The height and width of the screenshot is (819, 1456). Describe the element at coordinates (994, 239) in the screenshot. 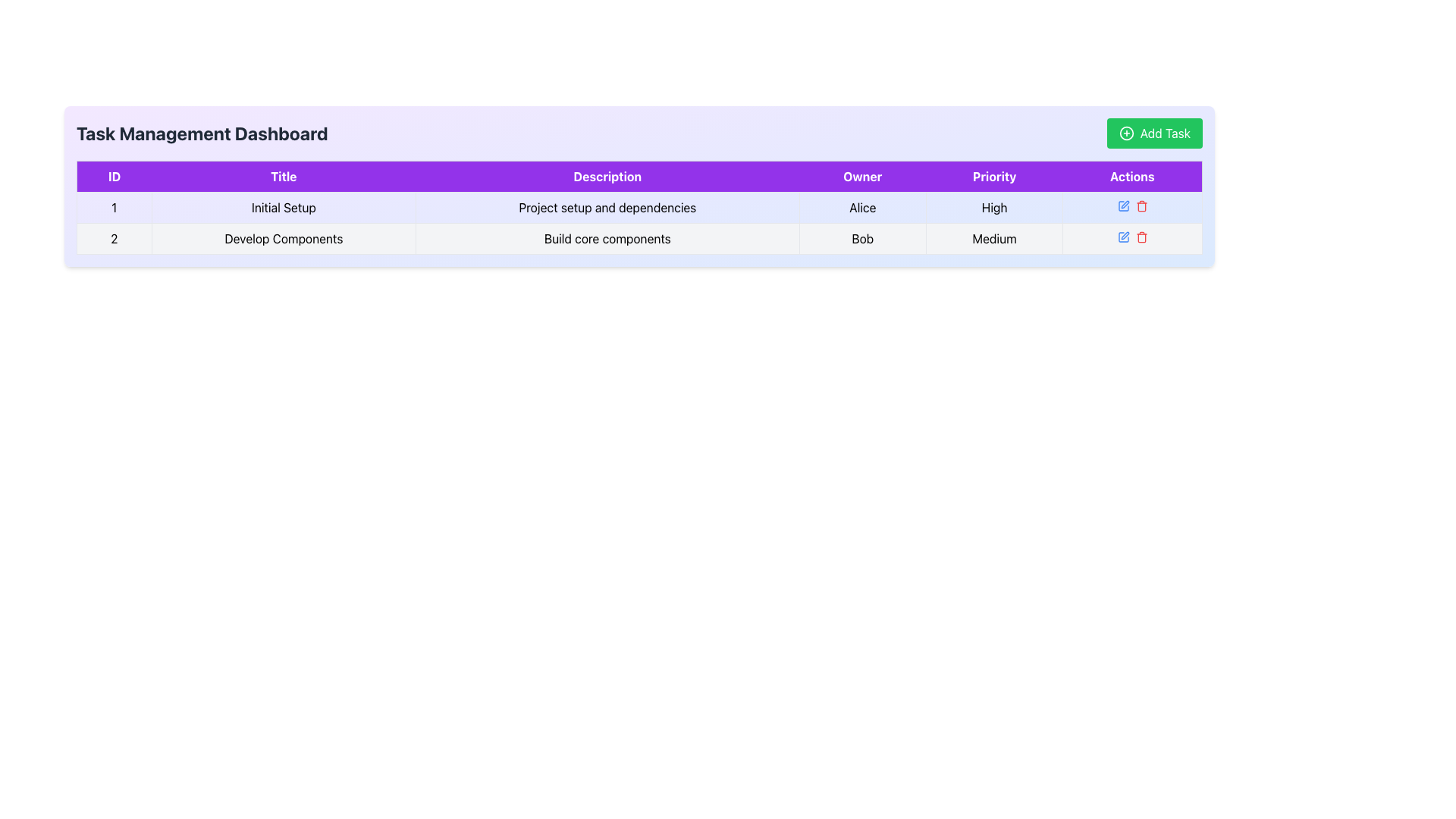

I see `the 'Medium' priority text label in the 'Priority' column of the 'Develop Components' row` at that location.